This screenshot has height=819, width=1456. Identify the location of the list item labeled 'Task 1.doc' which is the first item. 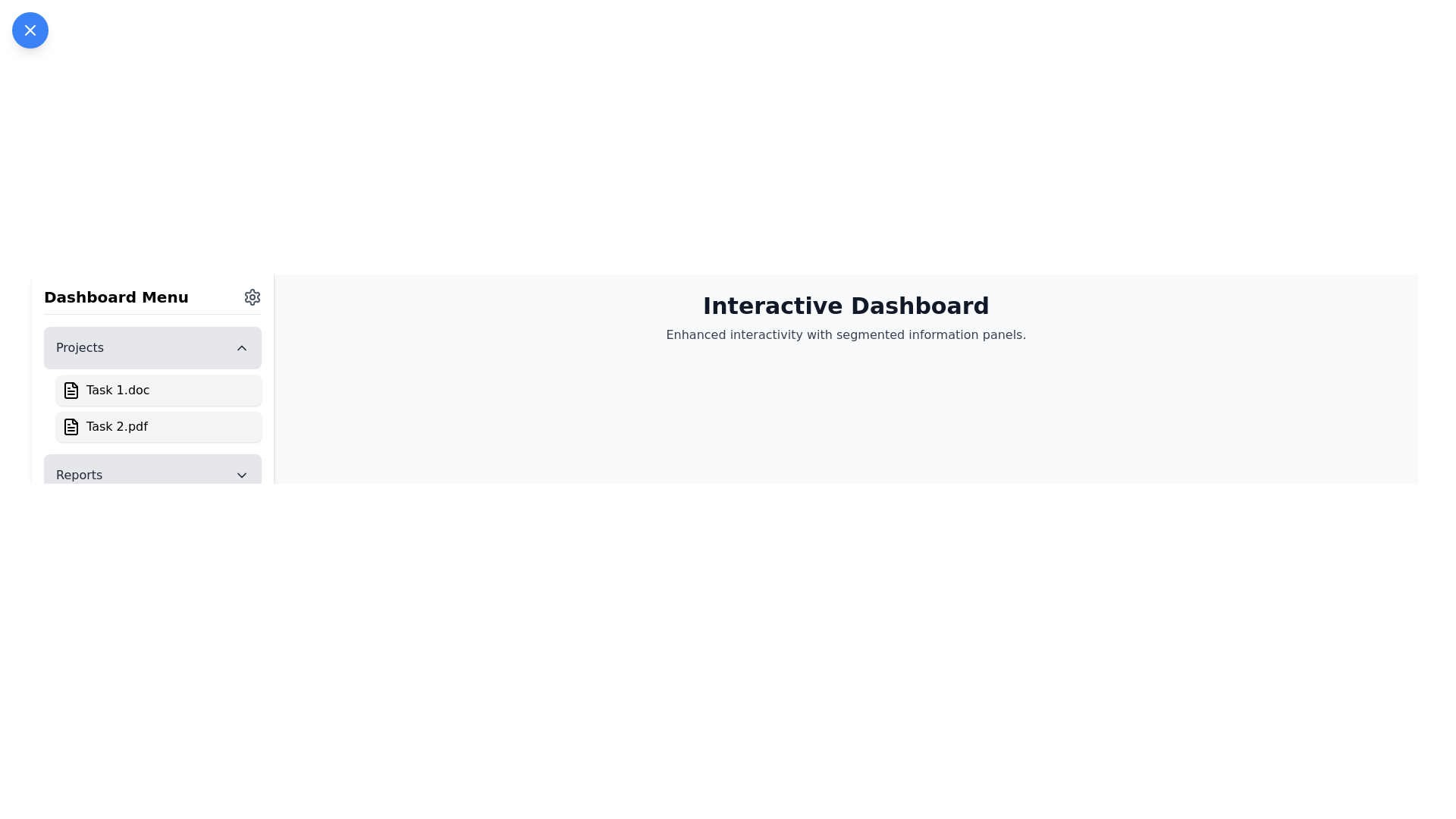
(152, 383).